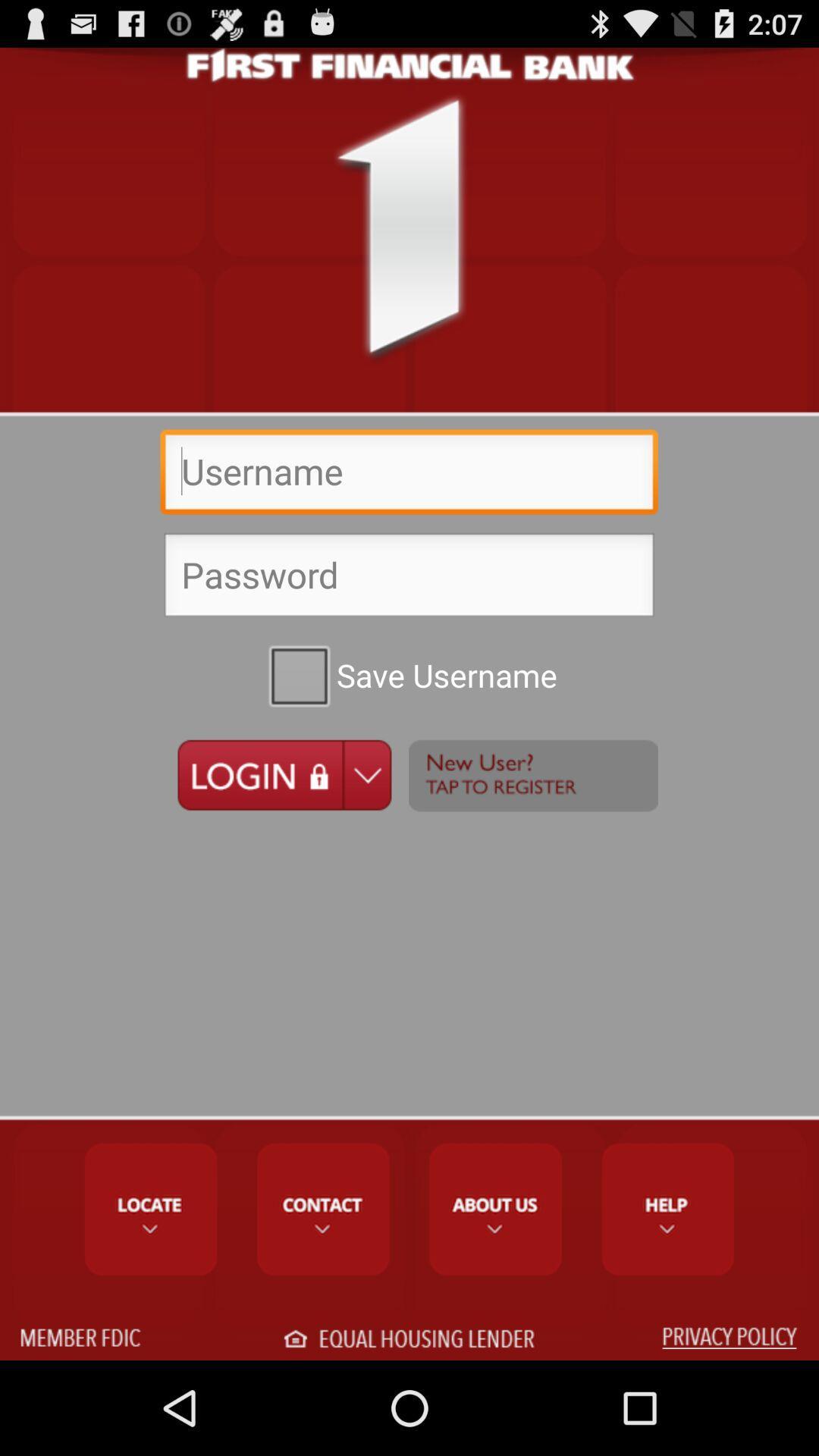  Describe the element at coordinates (532, 830) in the screenshot. I see `the more icon` at that location.